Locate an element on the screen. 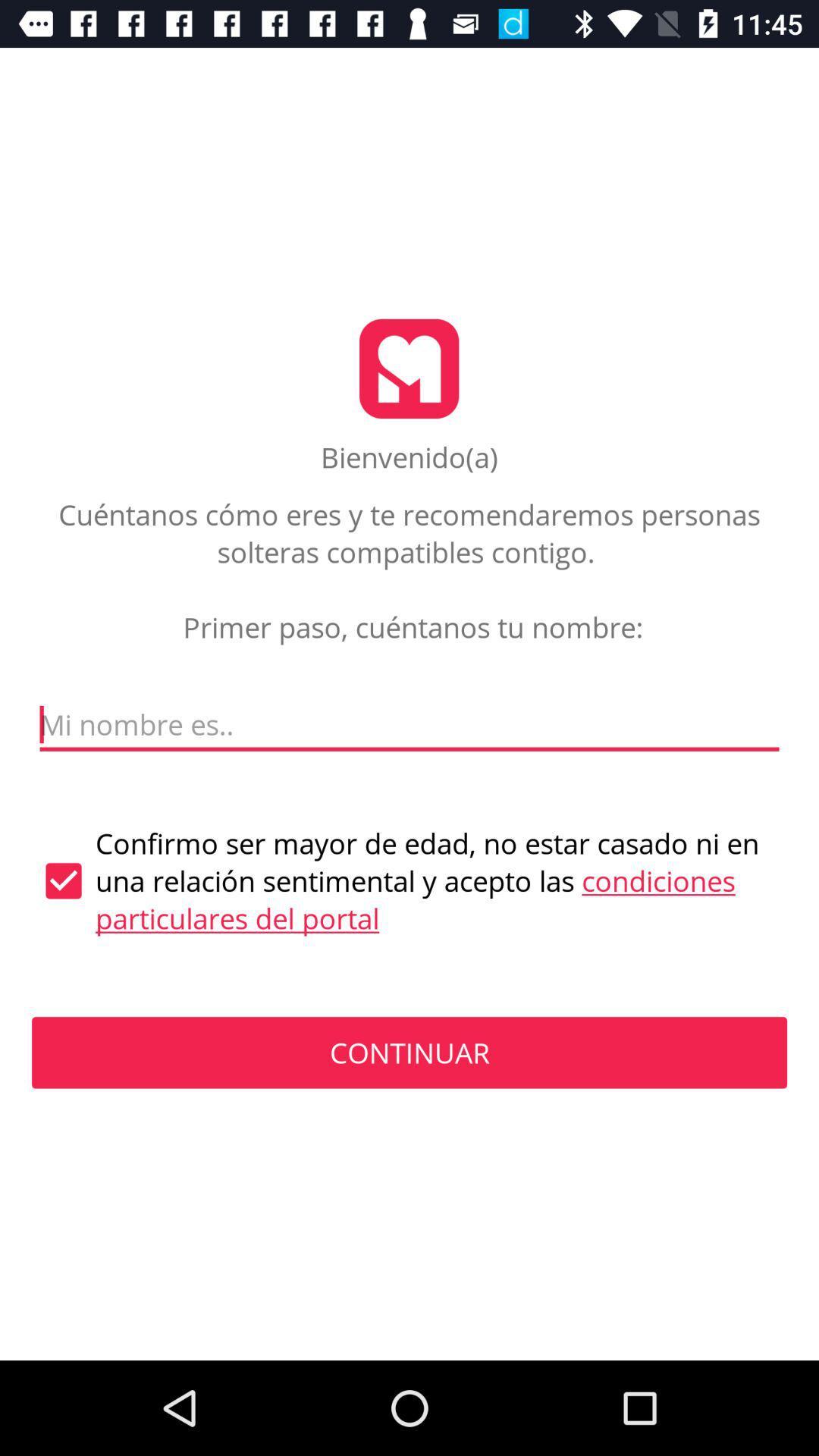  the continuar item is located at coordinates (409, 1052).